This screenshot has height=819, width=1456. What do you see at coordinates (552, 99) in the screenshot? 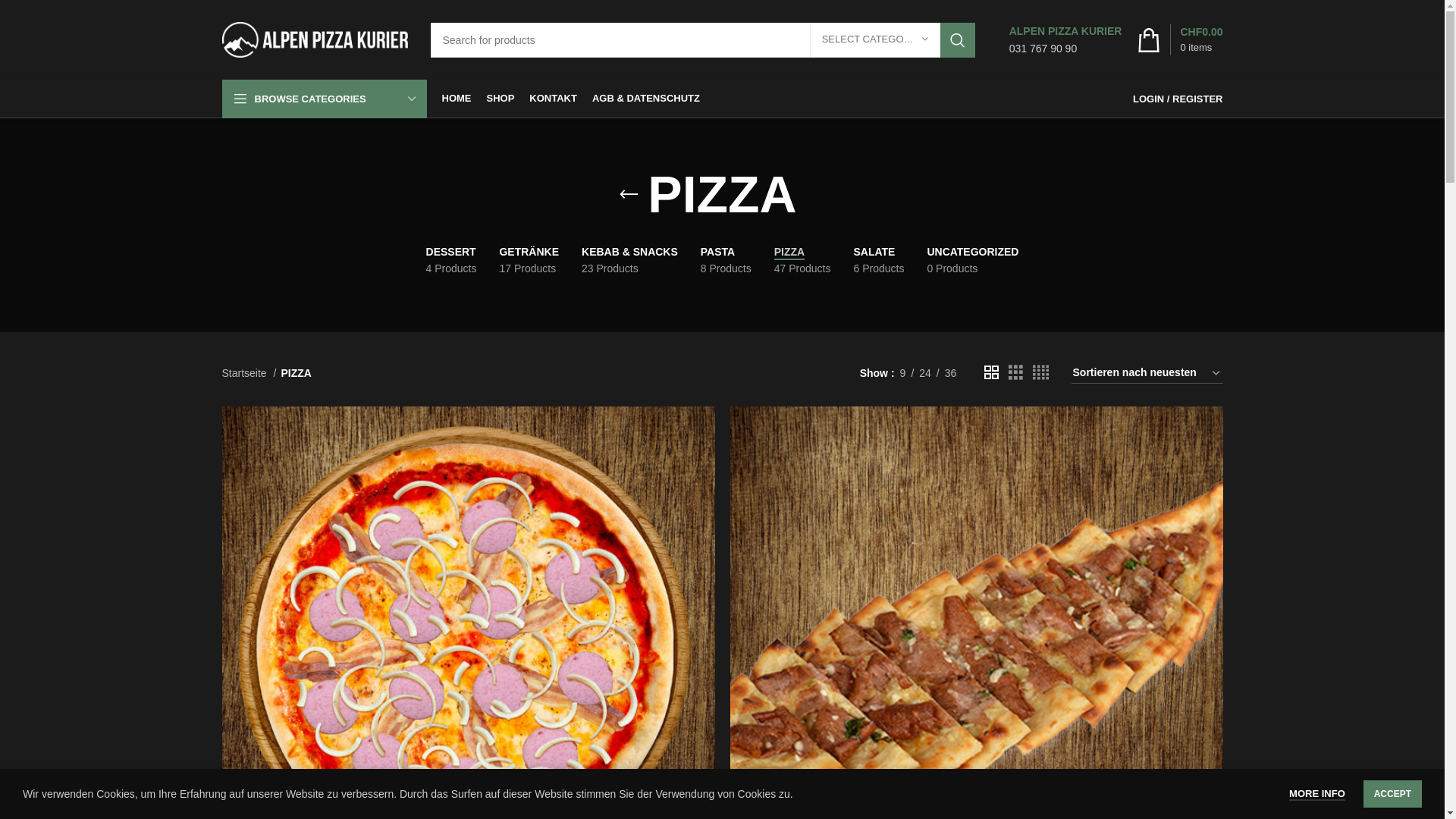
I see `'KONTAKT'` at bounding box center [552, 99].